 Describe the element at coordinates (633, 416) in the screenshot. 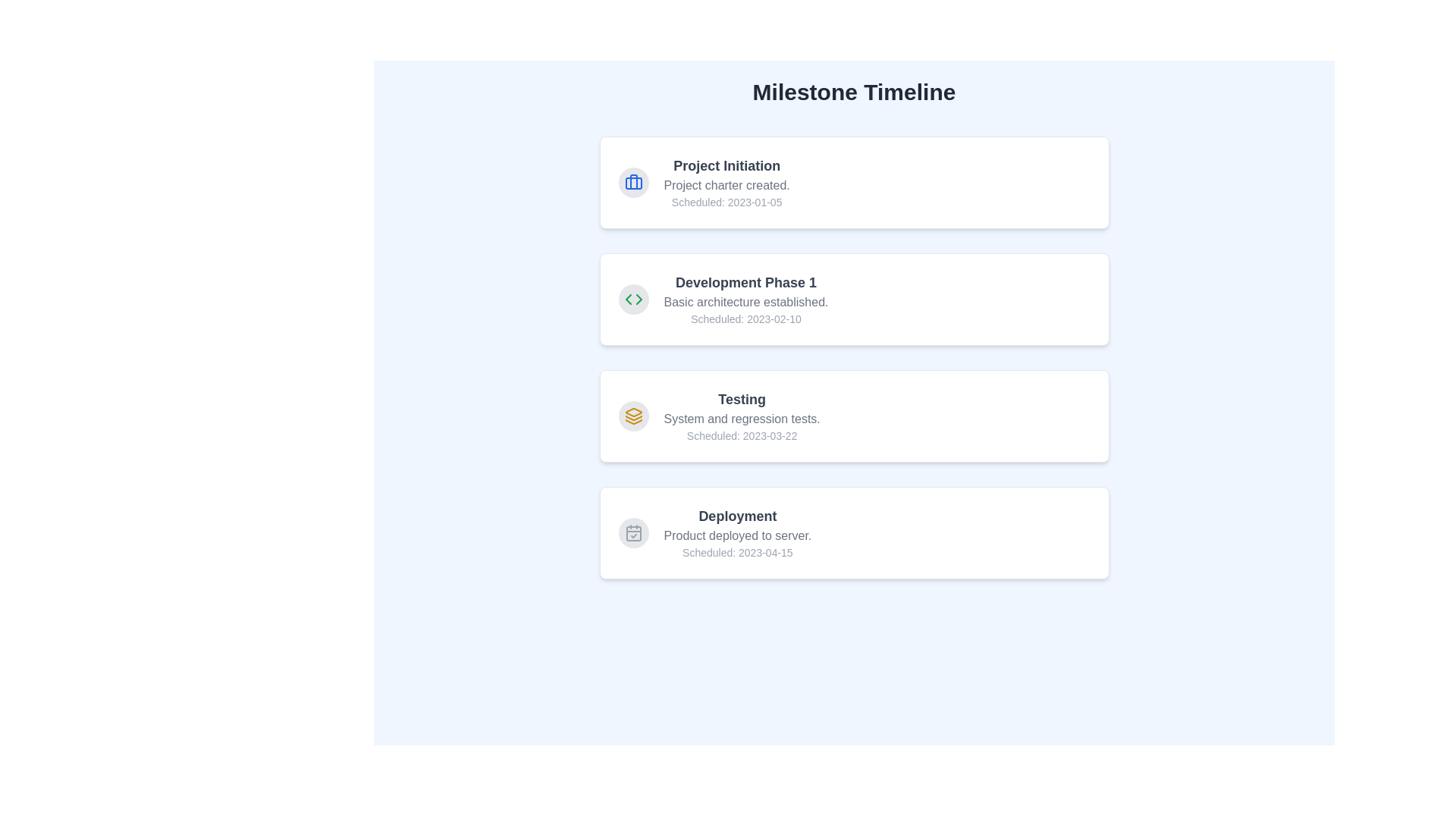

I see `yellow stacked layers icon located in the third entry of the milestone timeline labeled 'Testing', which is centered in a circular gray background` at that location.